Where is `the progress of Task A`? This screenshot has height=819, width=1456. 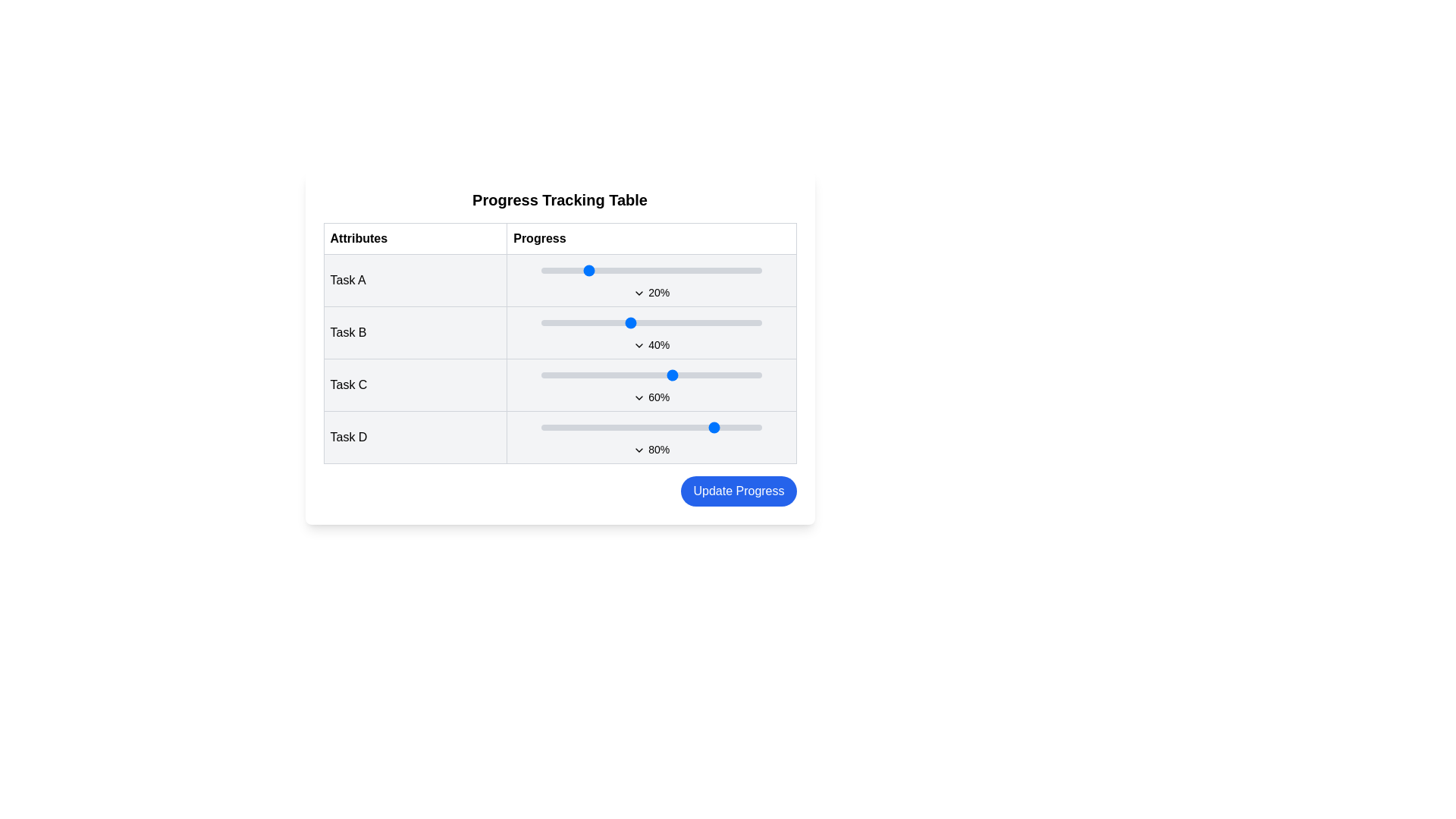 the progress of Task A is located at coordinates (701, 270).